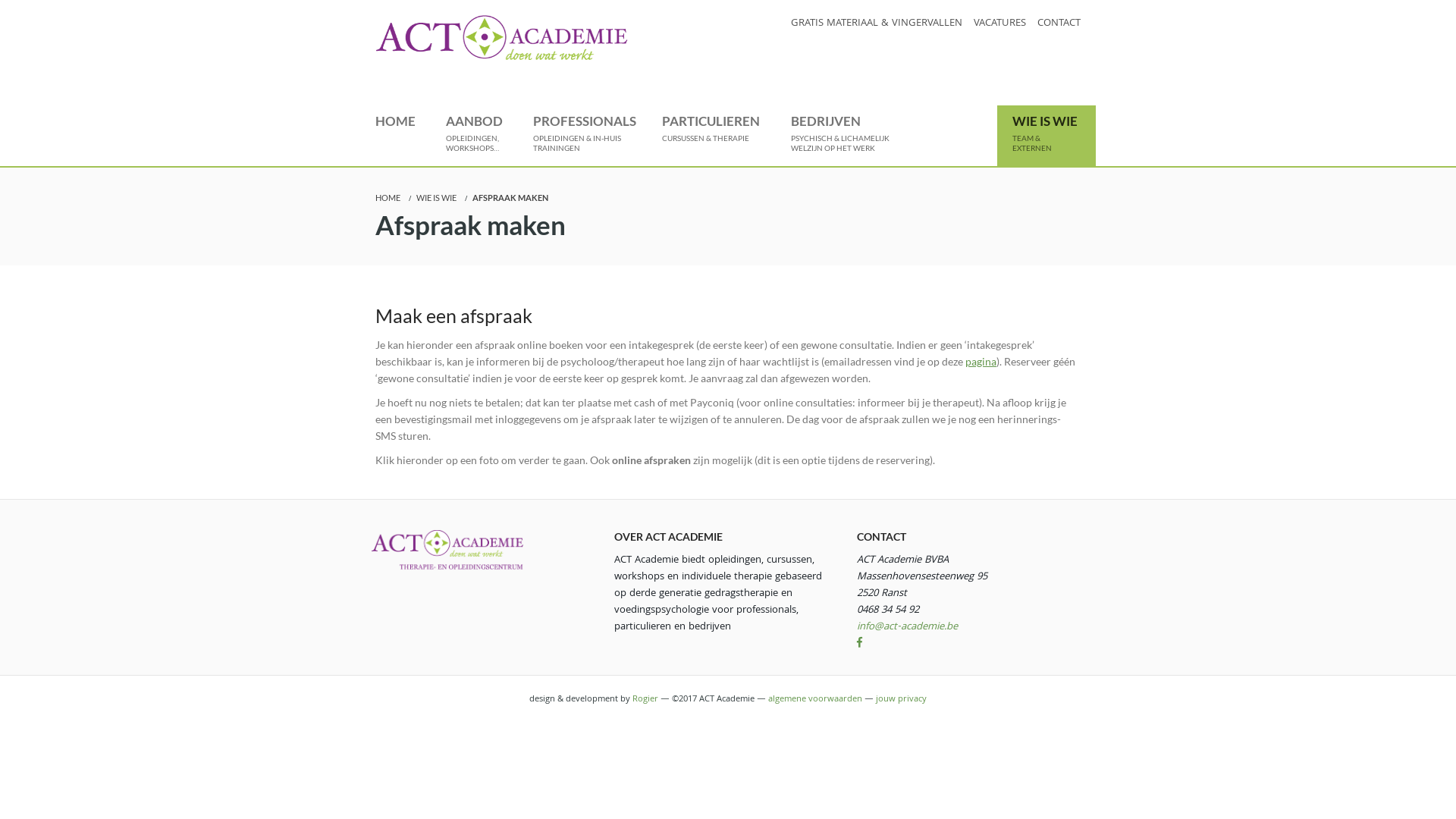 The width and height of the screenshot is (1456, 819). Describe the element at coordinates (907, 626) in the screenshot. I see `'info@act-academie.be'` at that location.